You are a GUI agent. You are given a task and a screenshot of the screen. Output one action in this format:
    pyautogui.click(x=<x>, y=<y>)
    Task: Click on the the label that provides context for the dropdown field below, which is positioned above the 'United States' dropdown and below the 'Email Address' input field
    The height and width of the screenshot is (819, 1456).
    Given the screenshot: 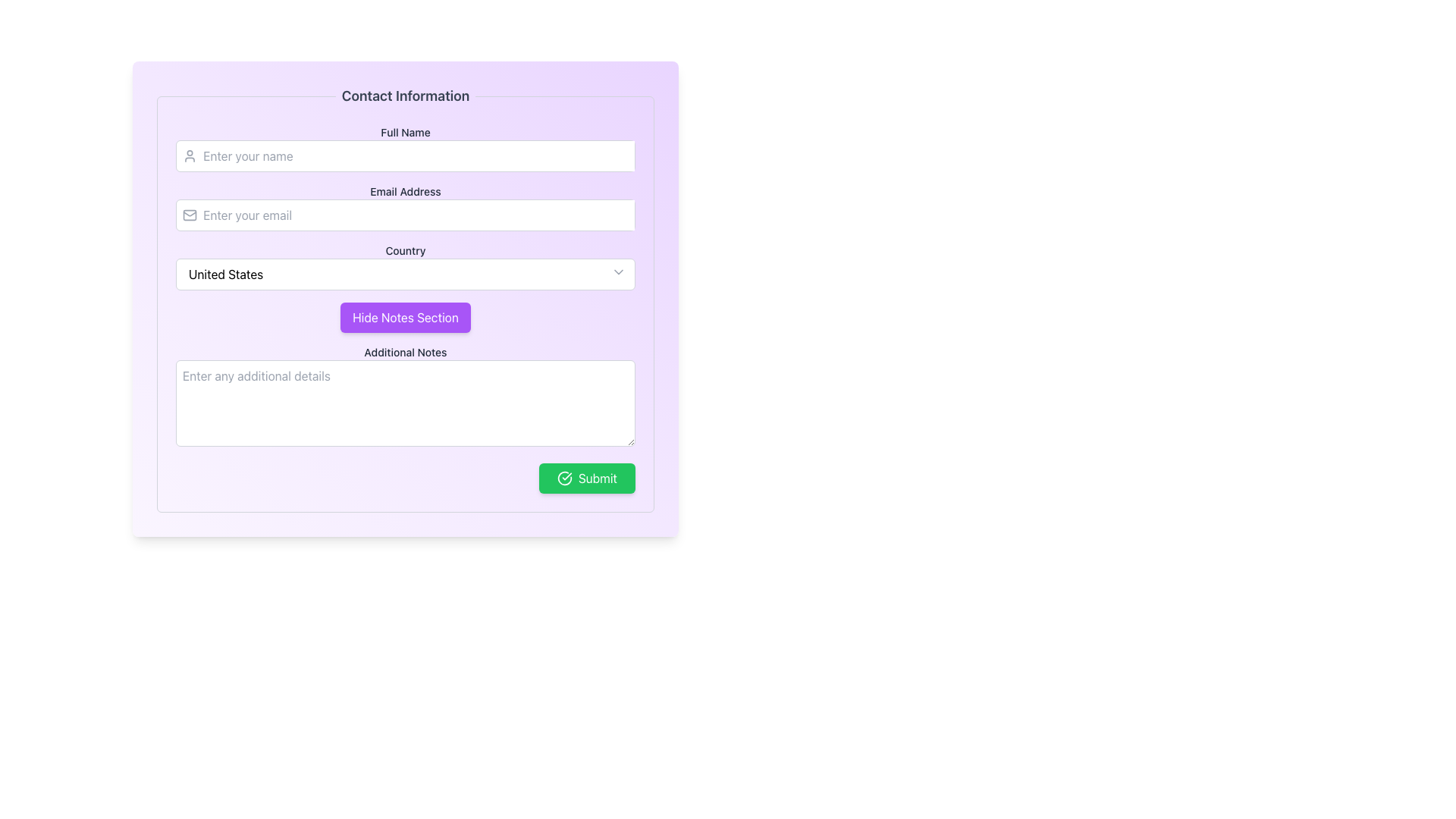 What is the action you would take?
    pyautogui.click(x=405, y=250)
    